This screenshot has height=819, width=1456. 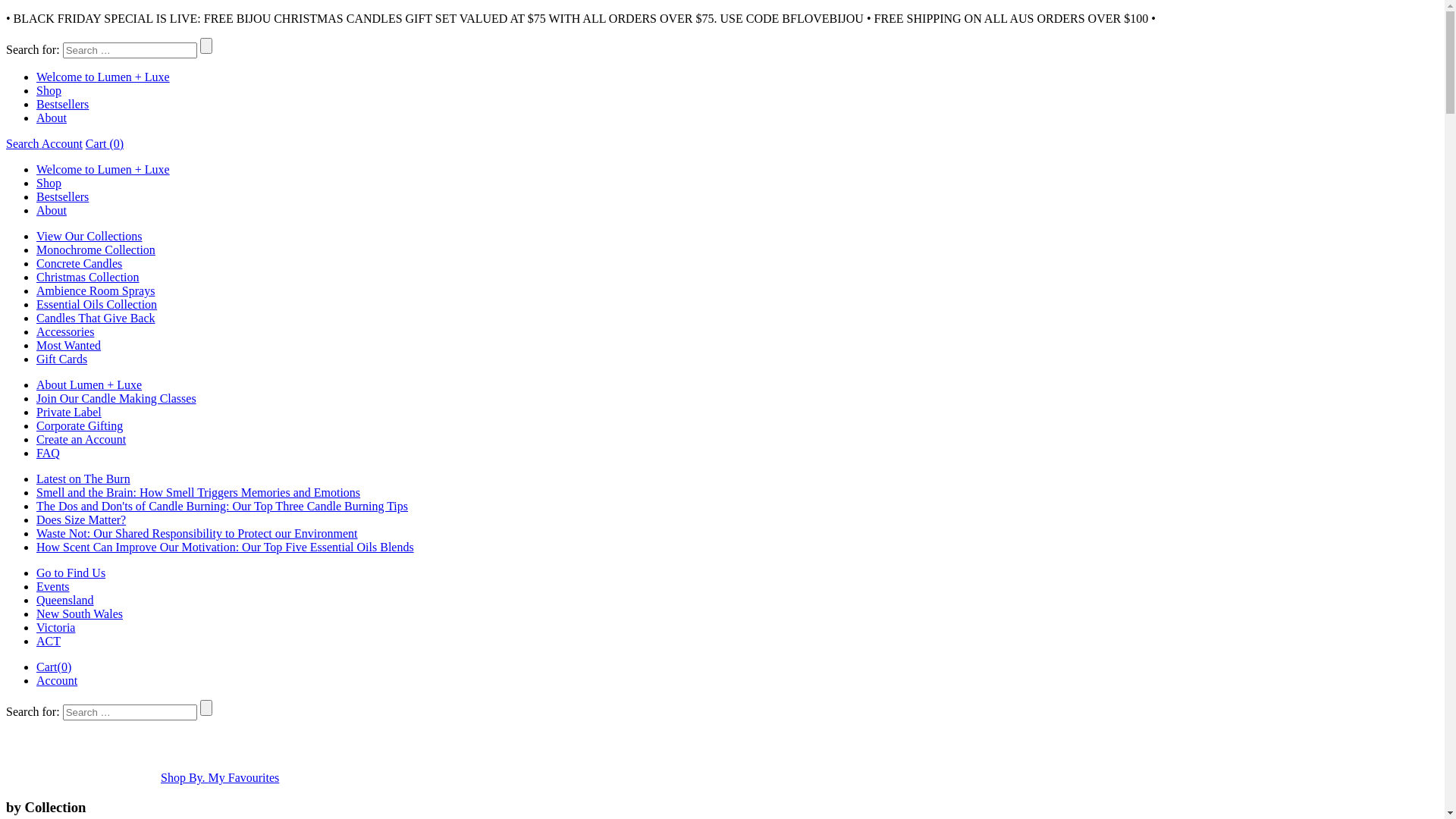 I want to click on 'View Our Collections', so click(x=88, y=236).